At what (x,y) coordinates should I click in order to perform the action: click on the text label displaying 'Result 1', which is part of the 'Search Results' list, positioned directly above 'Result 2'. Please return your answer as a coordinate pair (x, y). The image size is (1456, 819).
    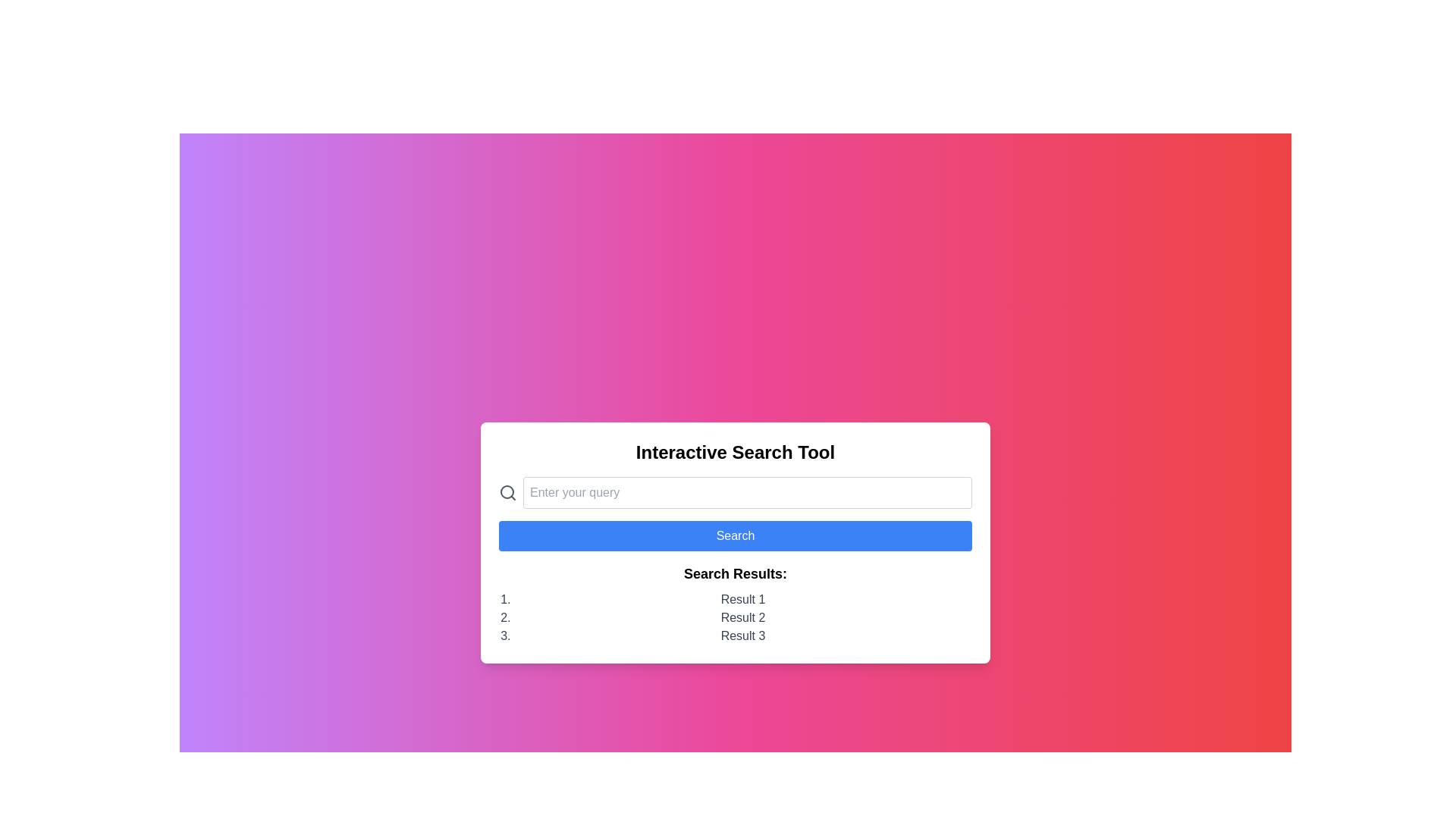
    Looking at the image, I should click on (742, 598).